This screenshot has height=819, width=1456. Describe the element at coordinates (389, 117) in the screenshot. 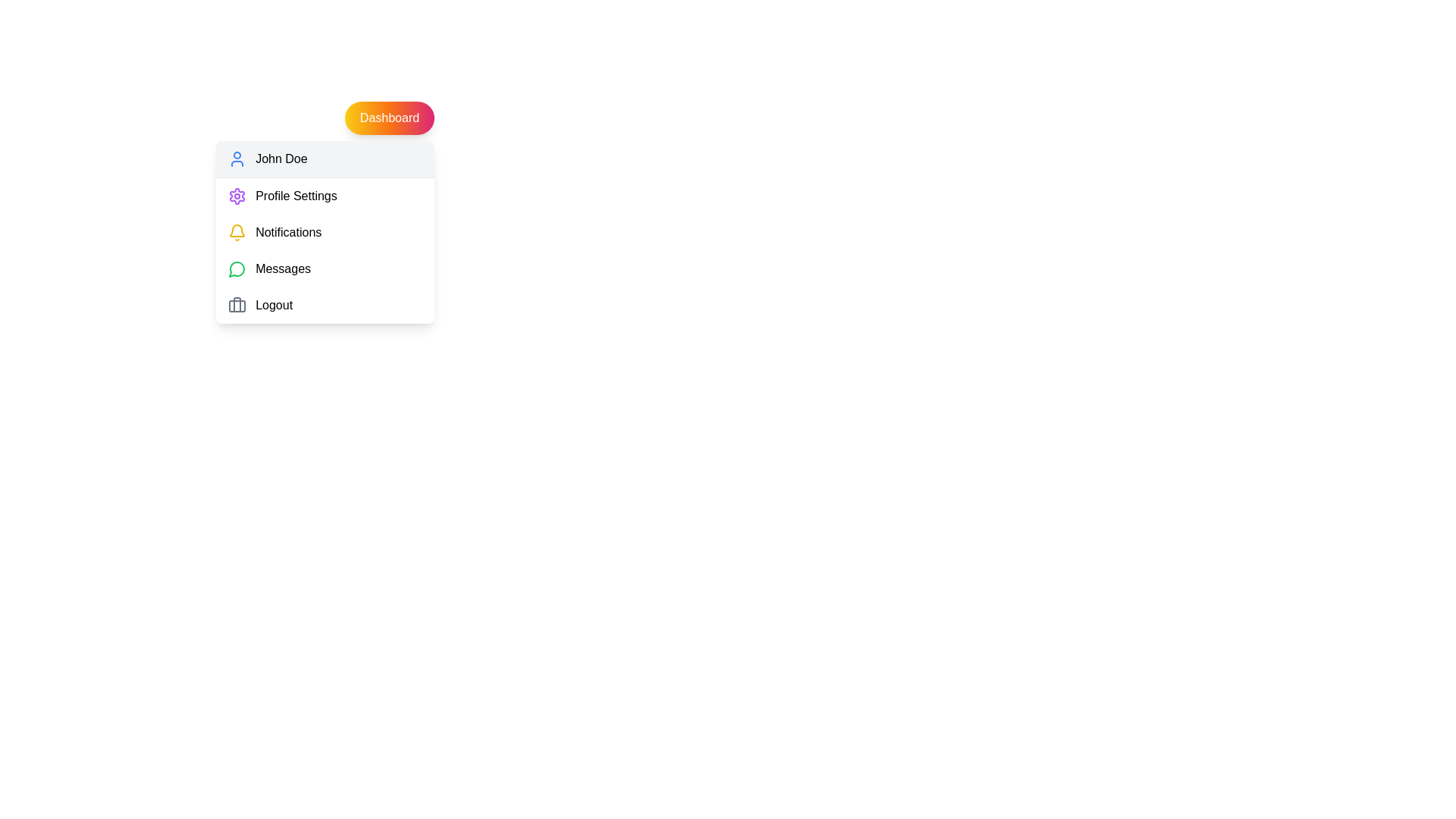

I see `the 'Dashboard' button to toggle the visibility of the settings menu` at that location.